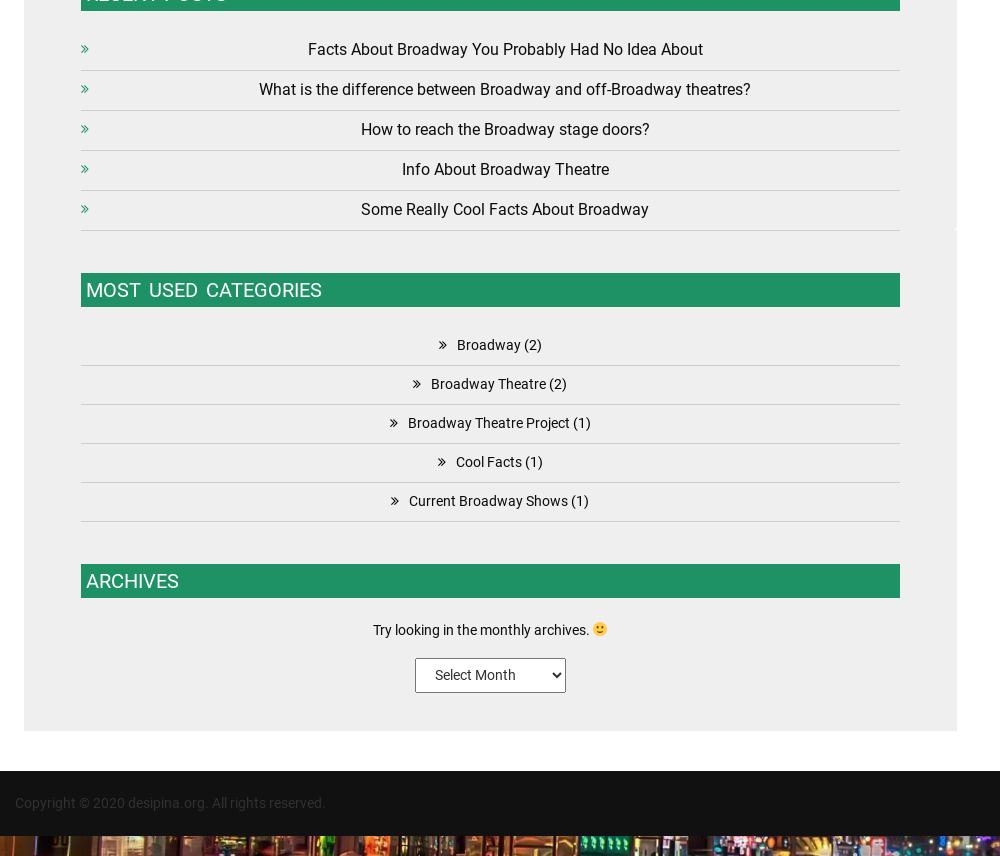 This screenshot has height=856, width=1000. What do you see at coordinates (504, 168) in the screenshot?
I see `'Info About Broadway Theatre'` at bounding box center [504, 168].